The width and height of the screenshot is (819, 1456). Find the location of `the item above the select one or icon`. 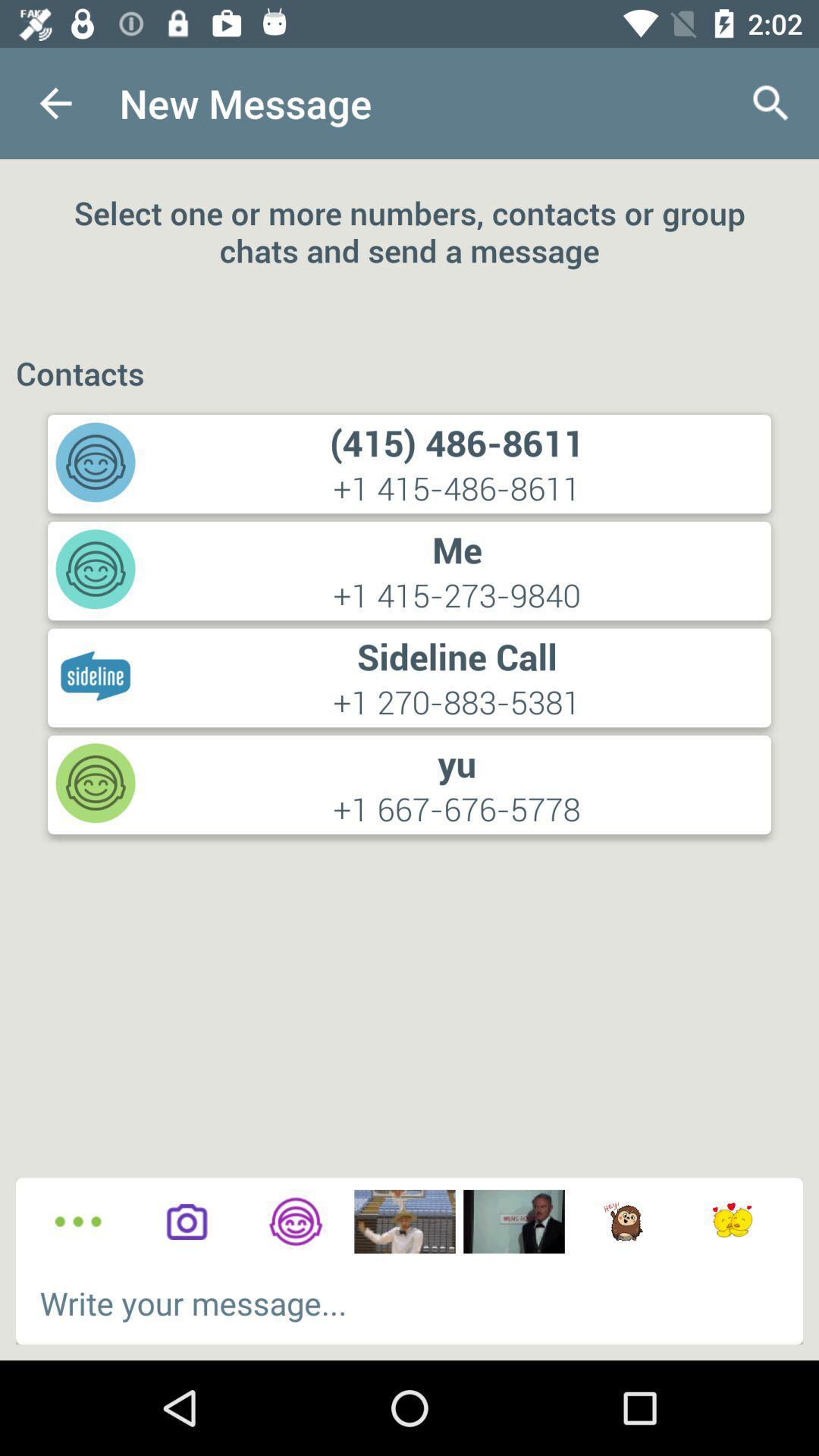

the item above the select one or icon is located at coordinates (55, 102).